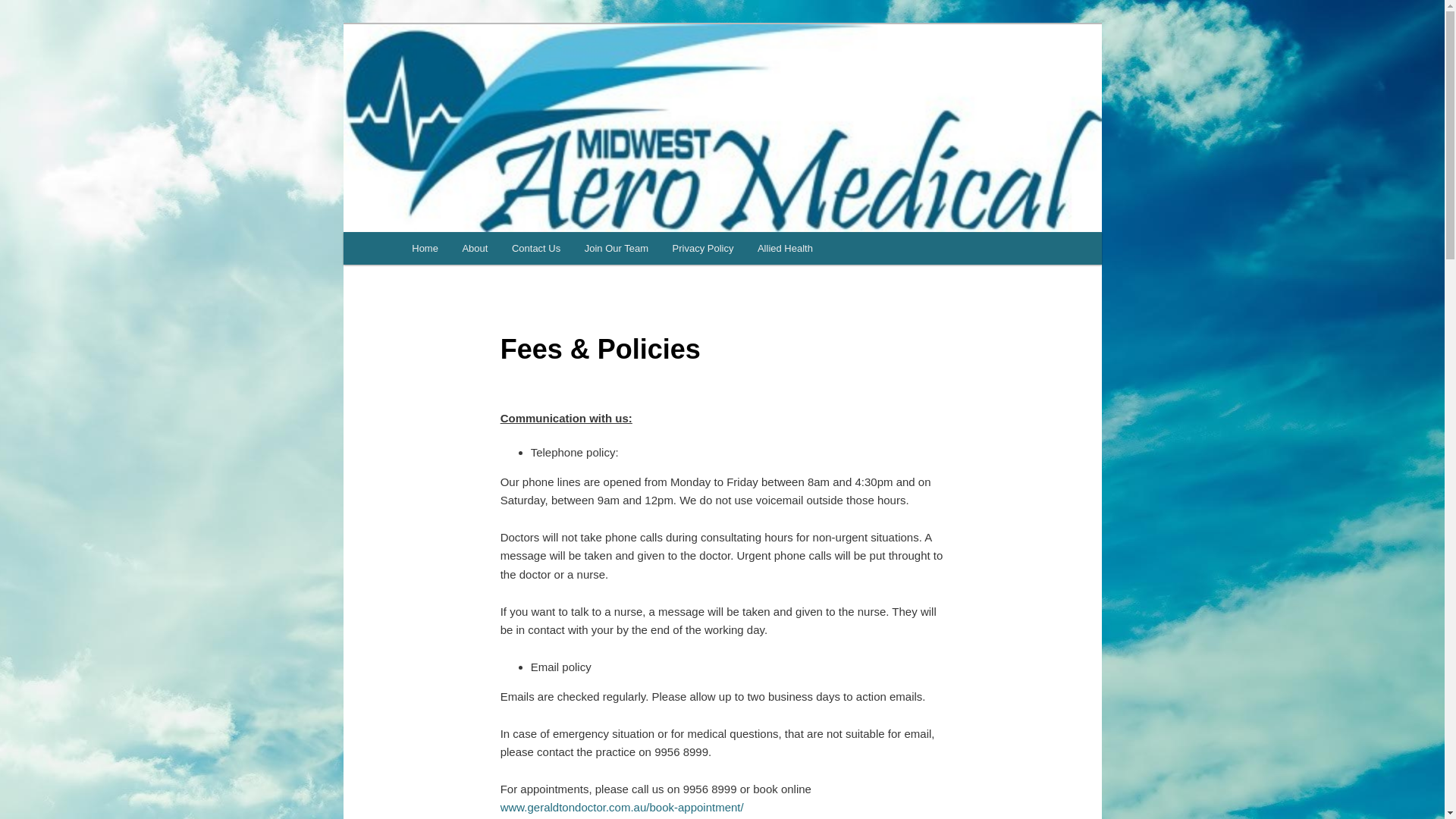 The height and width of the screenshot is (819, 1456). I want to click on 'Home', so click(400, 247).